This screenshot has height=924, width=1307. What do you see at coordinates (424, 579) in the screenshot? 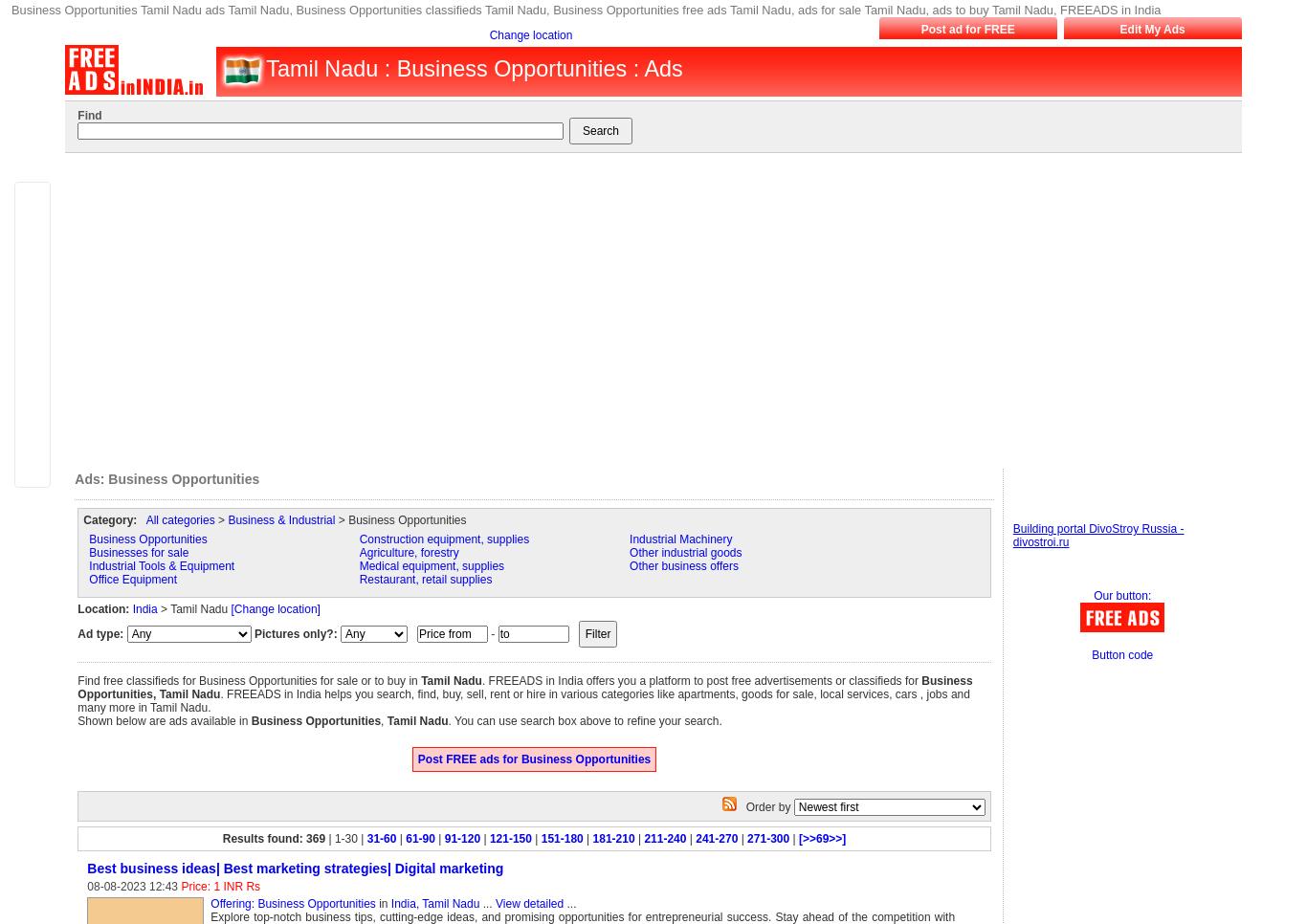
I see `'Restaurant, retail supplies'` at bounding box center [424, 579].